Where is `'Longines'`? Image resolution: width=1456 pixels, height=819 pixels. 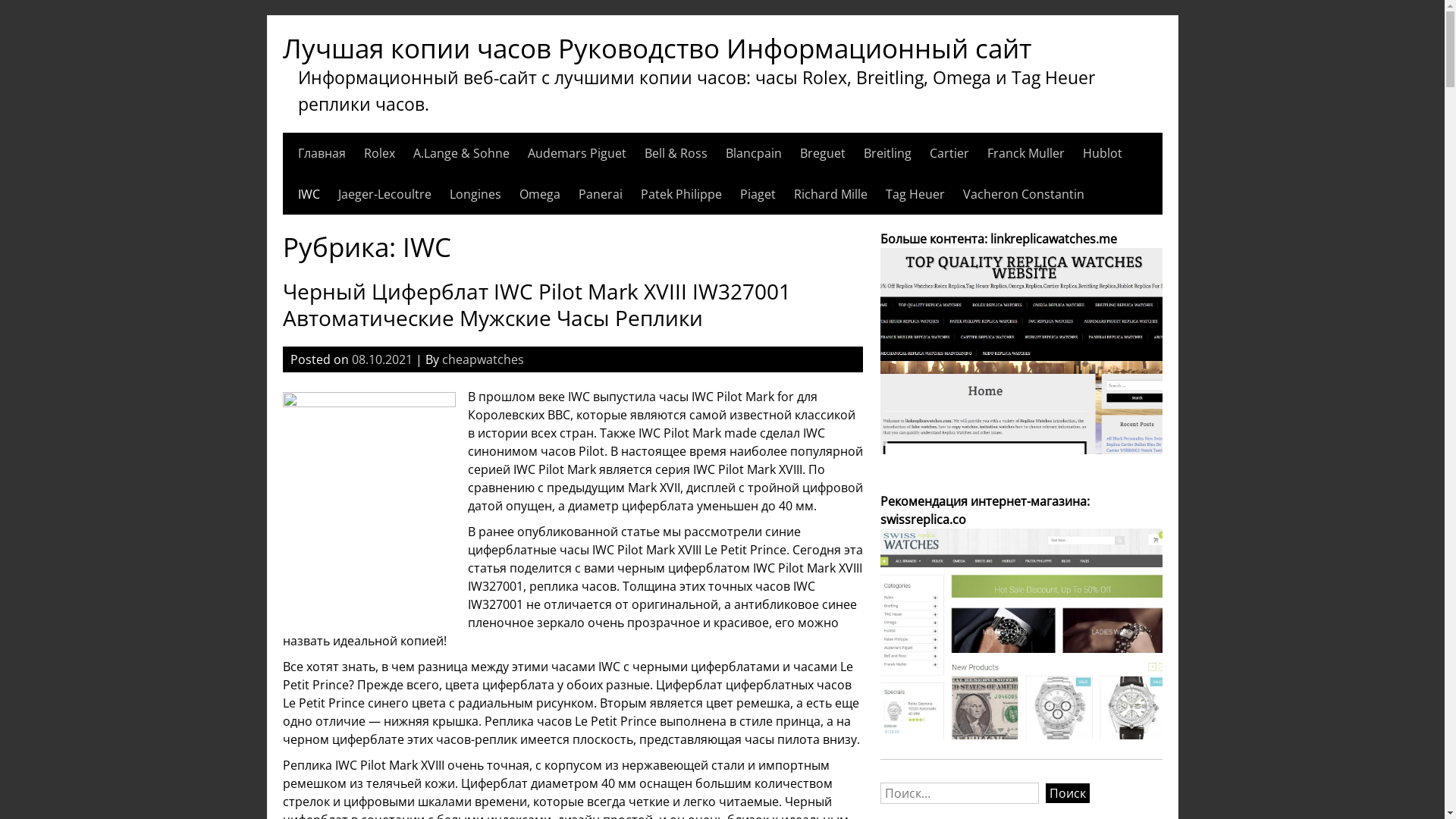
'Longines' is located at coordinates (473, 193).